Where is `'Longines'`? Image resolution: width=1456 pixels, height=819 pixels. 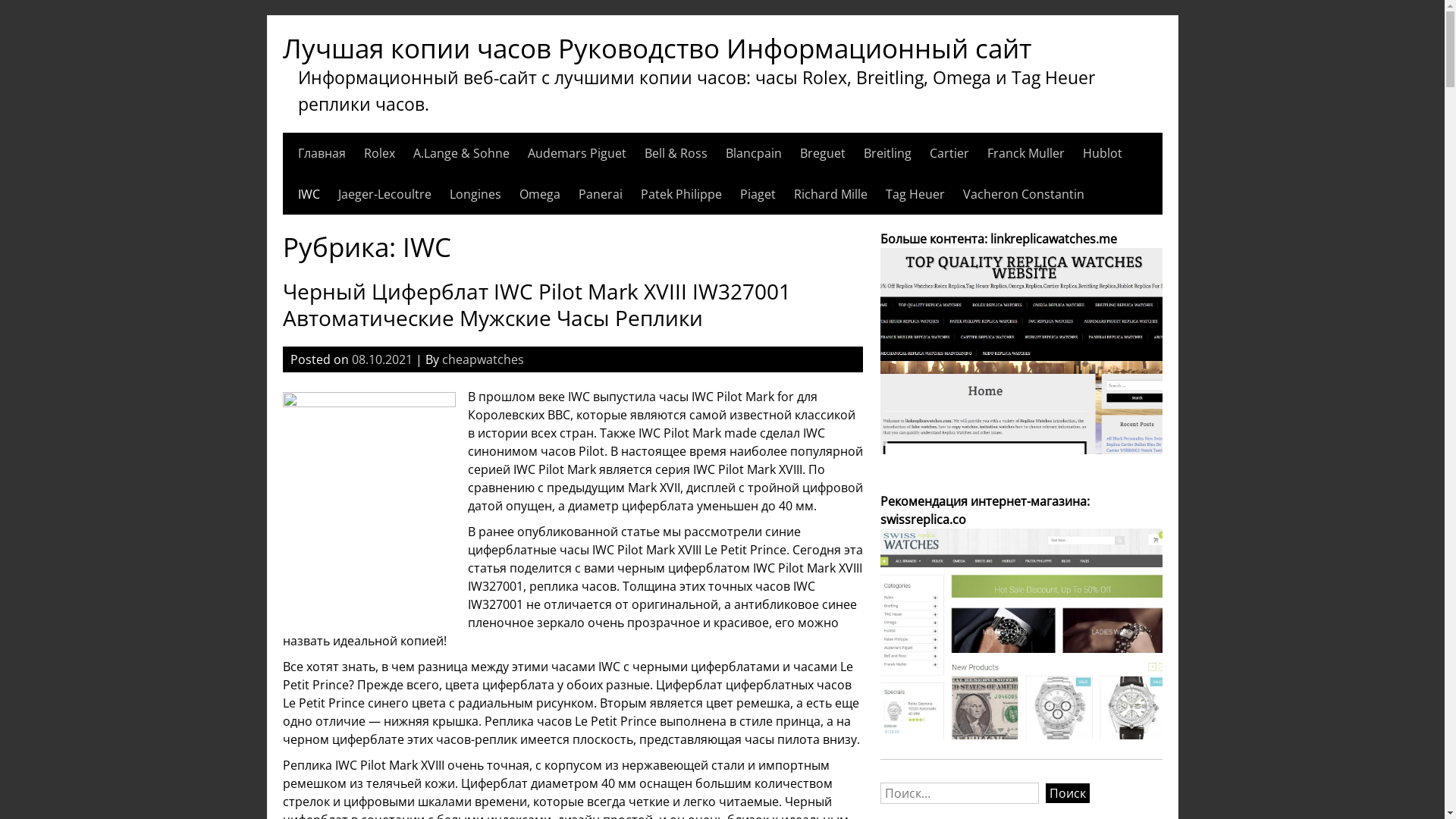
'Longines' is located at coordinates (473, 193).